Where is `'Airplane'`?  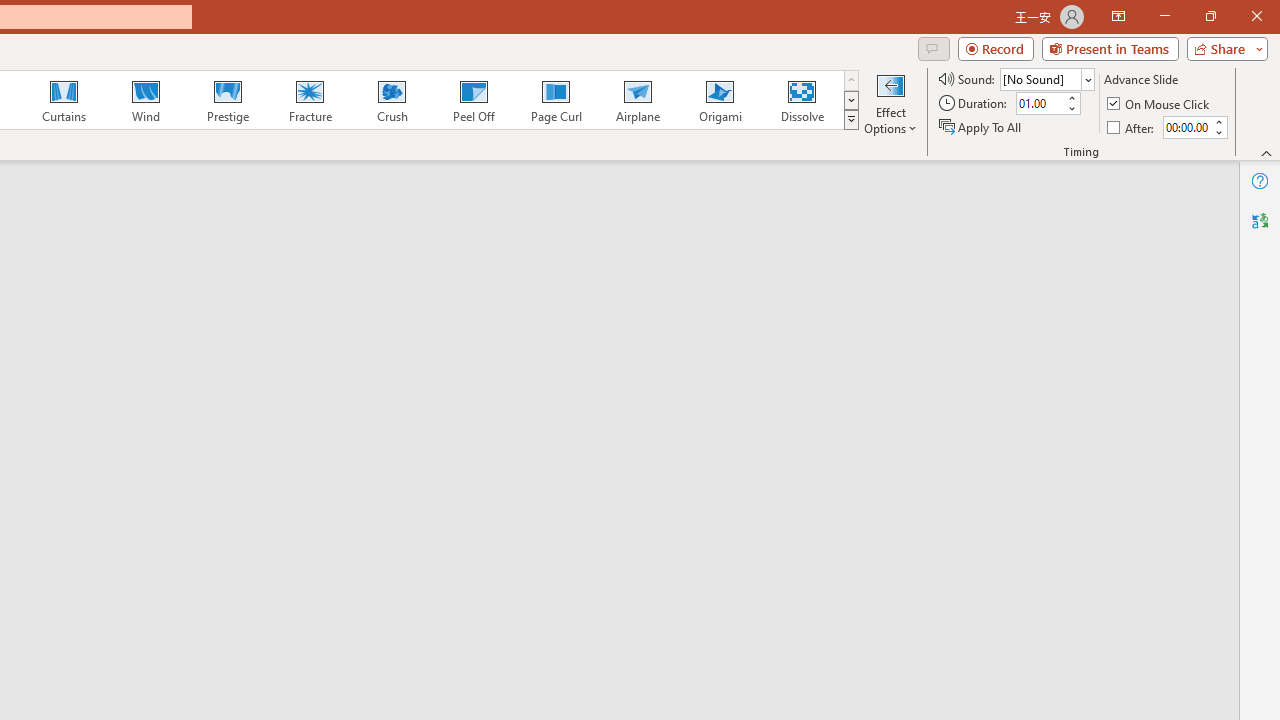
'Airplane' is located at coordinates (636, 100).